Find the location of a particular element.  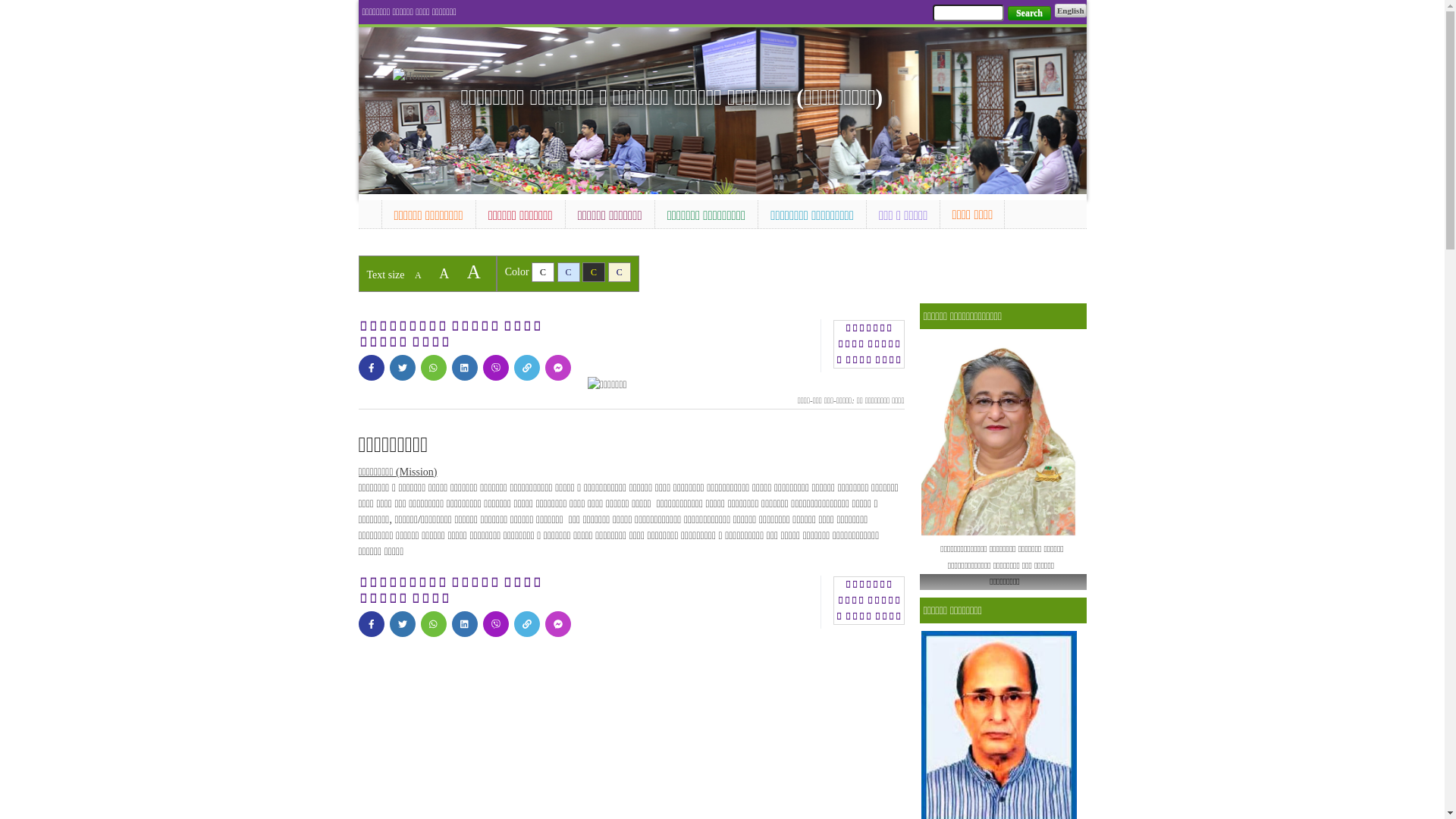

'A' is located at coordinates (458, 271).